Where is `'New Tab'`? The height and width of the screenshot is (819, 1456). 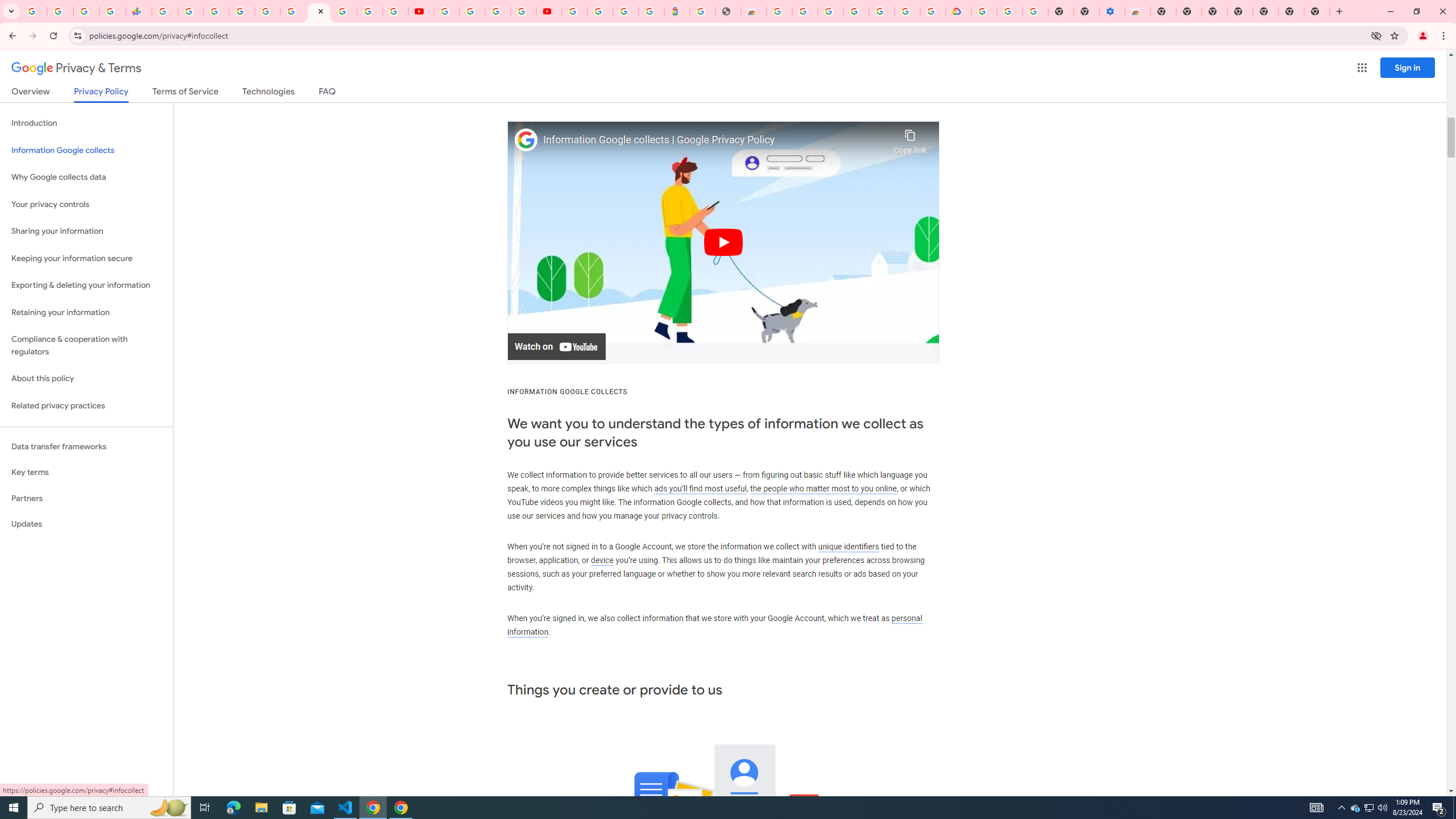
'New Tab' is located at coordinates (1265, 11).